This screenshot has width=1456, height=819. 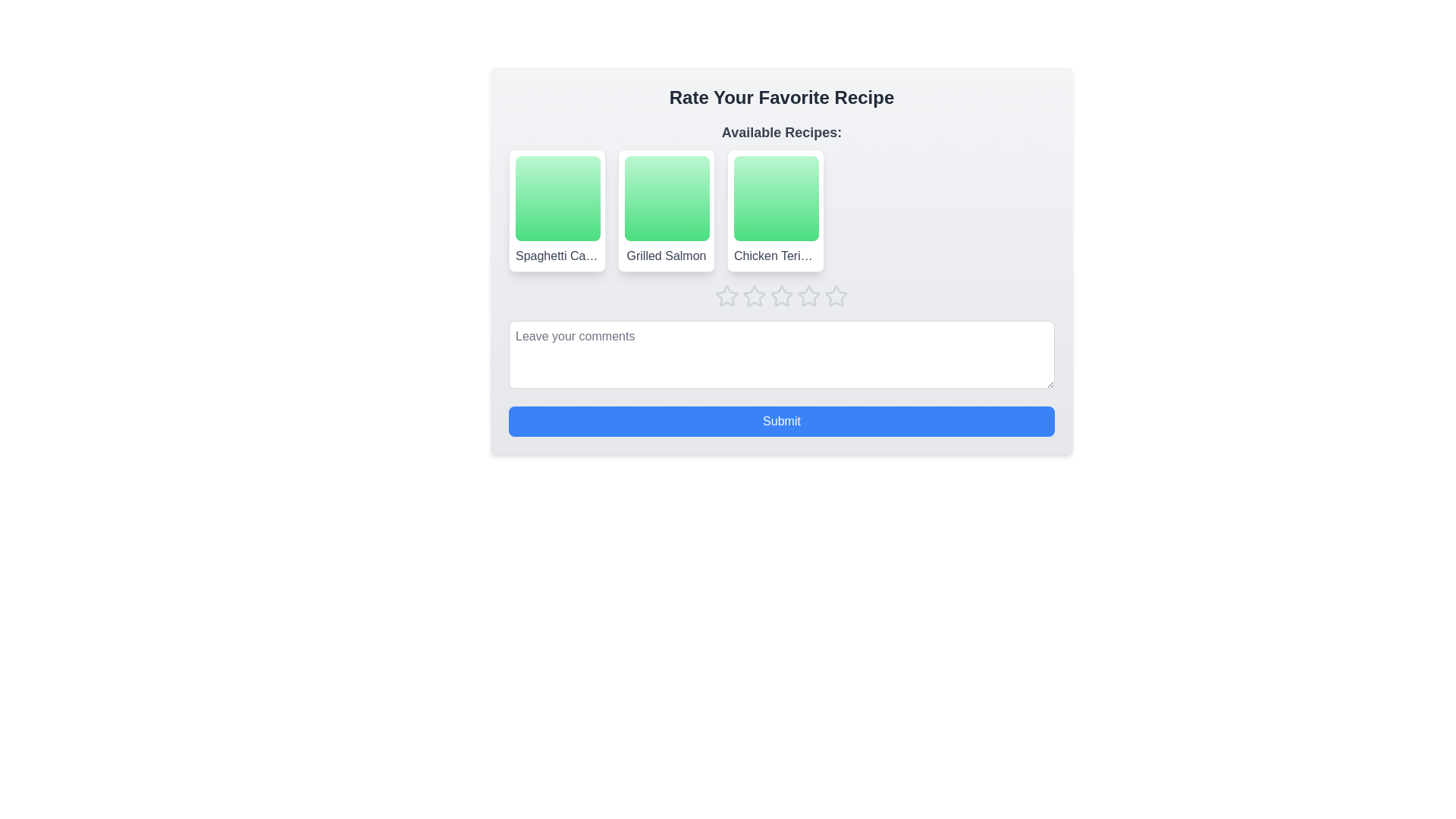 I want to click on the fourth star-shaped rating button, which is part of a horizontal rating system positioned under the recipe cards and above the comment input box, so click(x=808, y=296).